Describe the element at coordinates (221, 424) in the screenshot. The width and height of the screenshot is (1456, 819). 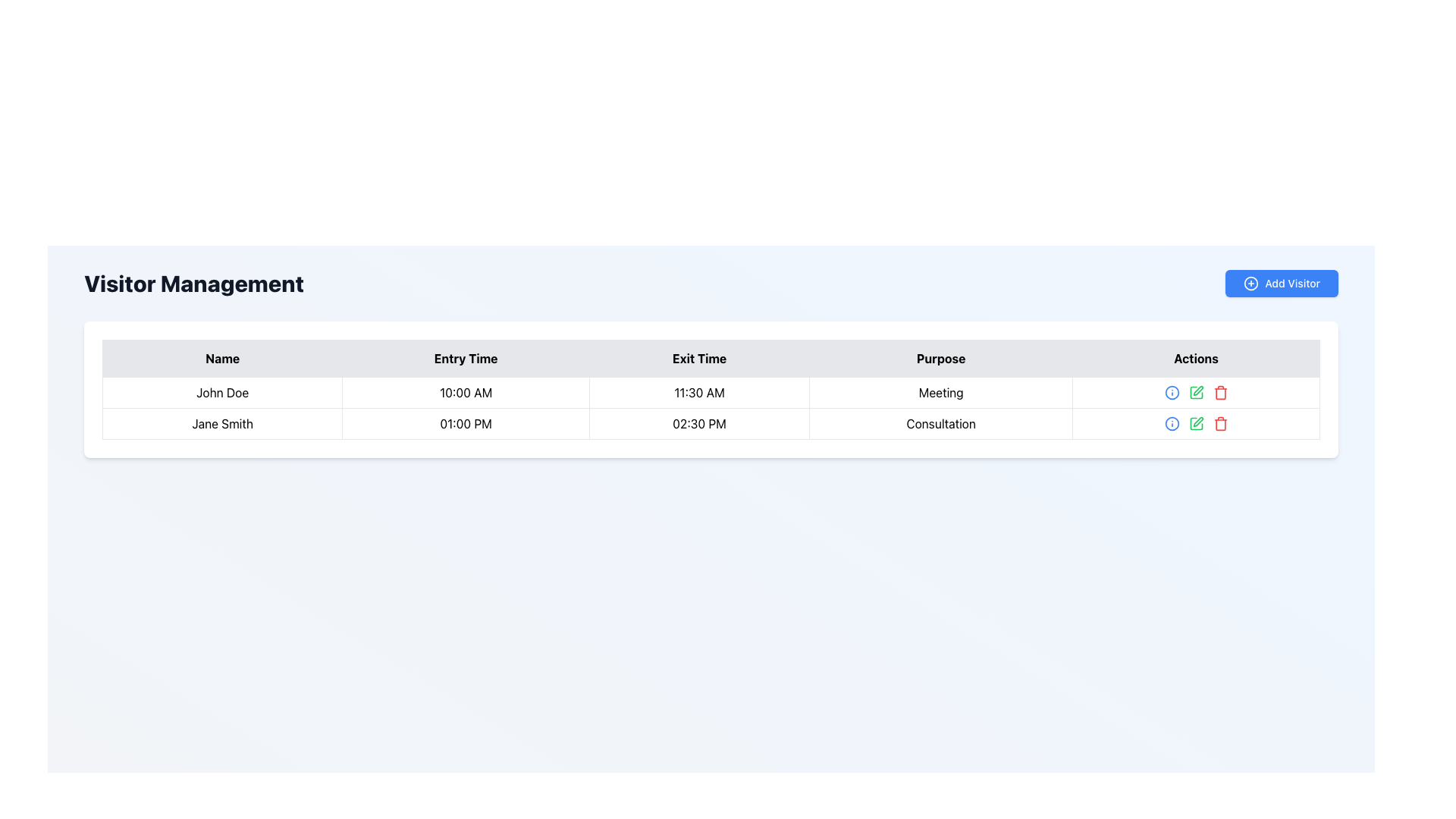
I see `the text label displaying the visitor's name in the second row of the 'Visitor Management' table` at that location.